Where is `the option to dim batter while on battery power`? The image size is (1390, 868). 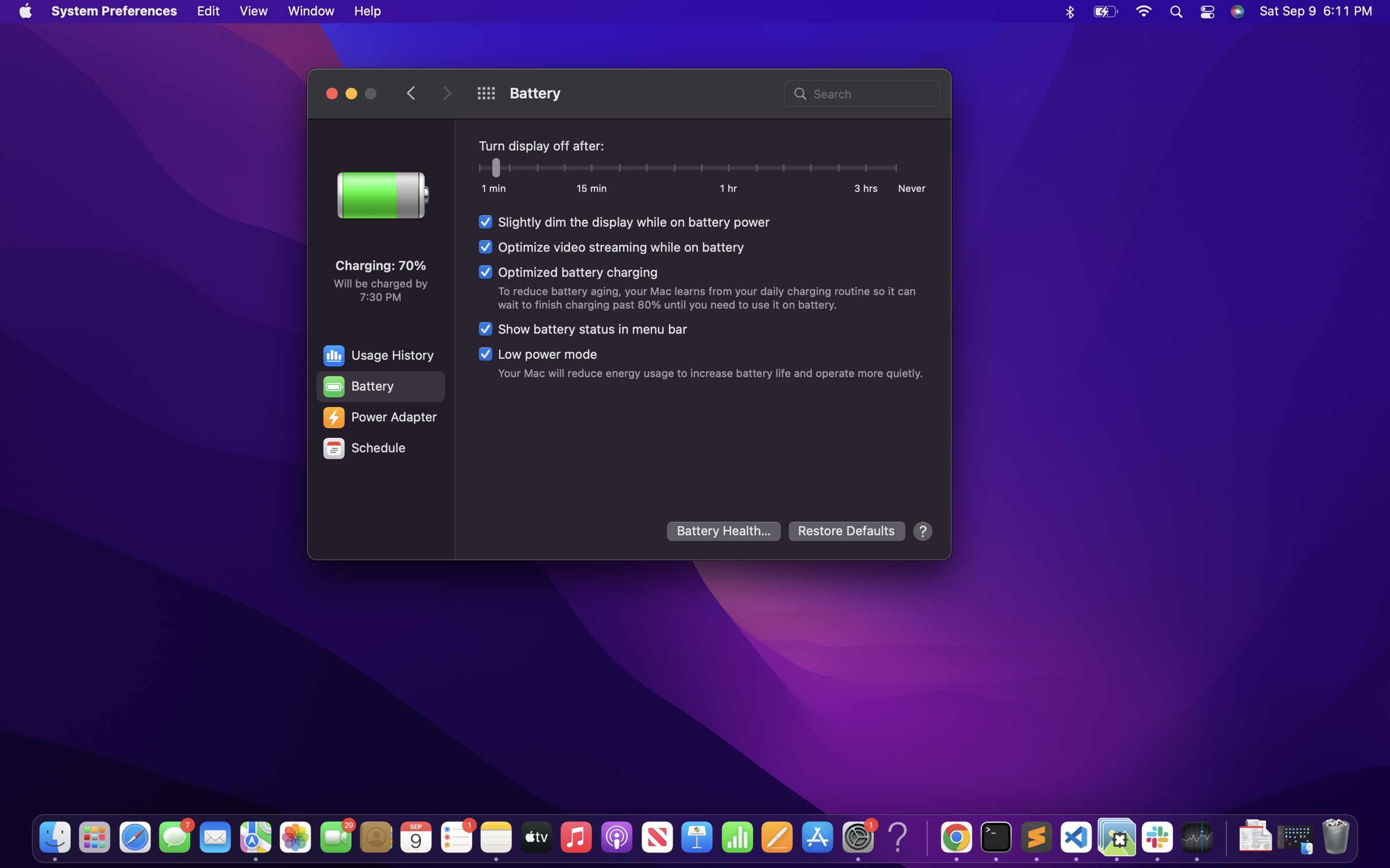
the option to dim batter while on battery power is located at coordinates (624, 222).